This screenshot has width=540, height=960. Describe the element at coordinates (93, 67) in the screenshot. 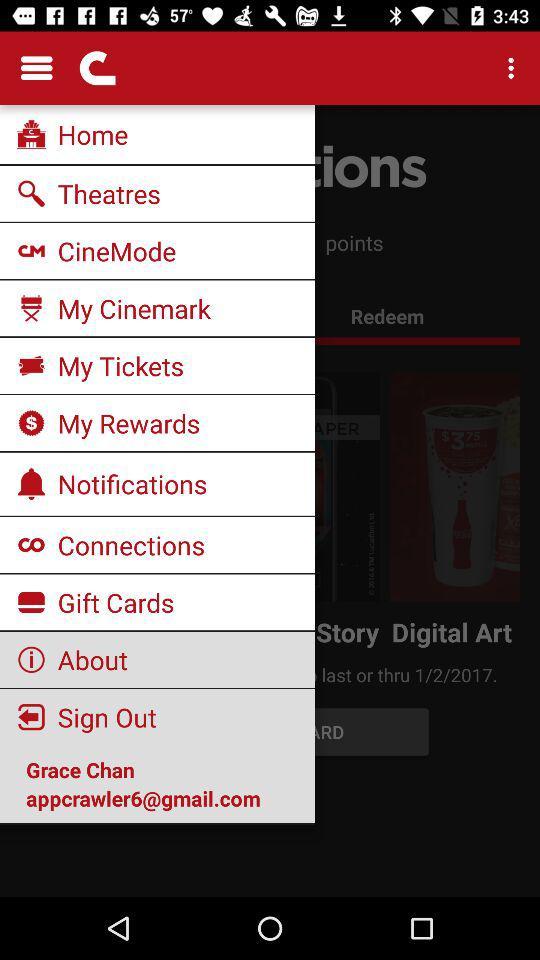

I see `the second icon which is at the top left` at that location.